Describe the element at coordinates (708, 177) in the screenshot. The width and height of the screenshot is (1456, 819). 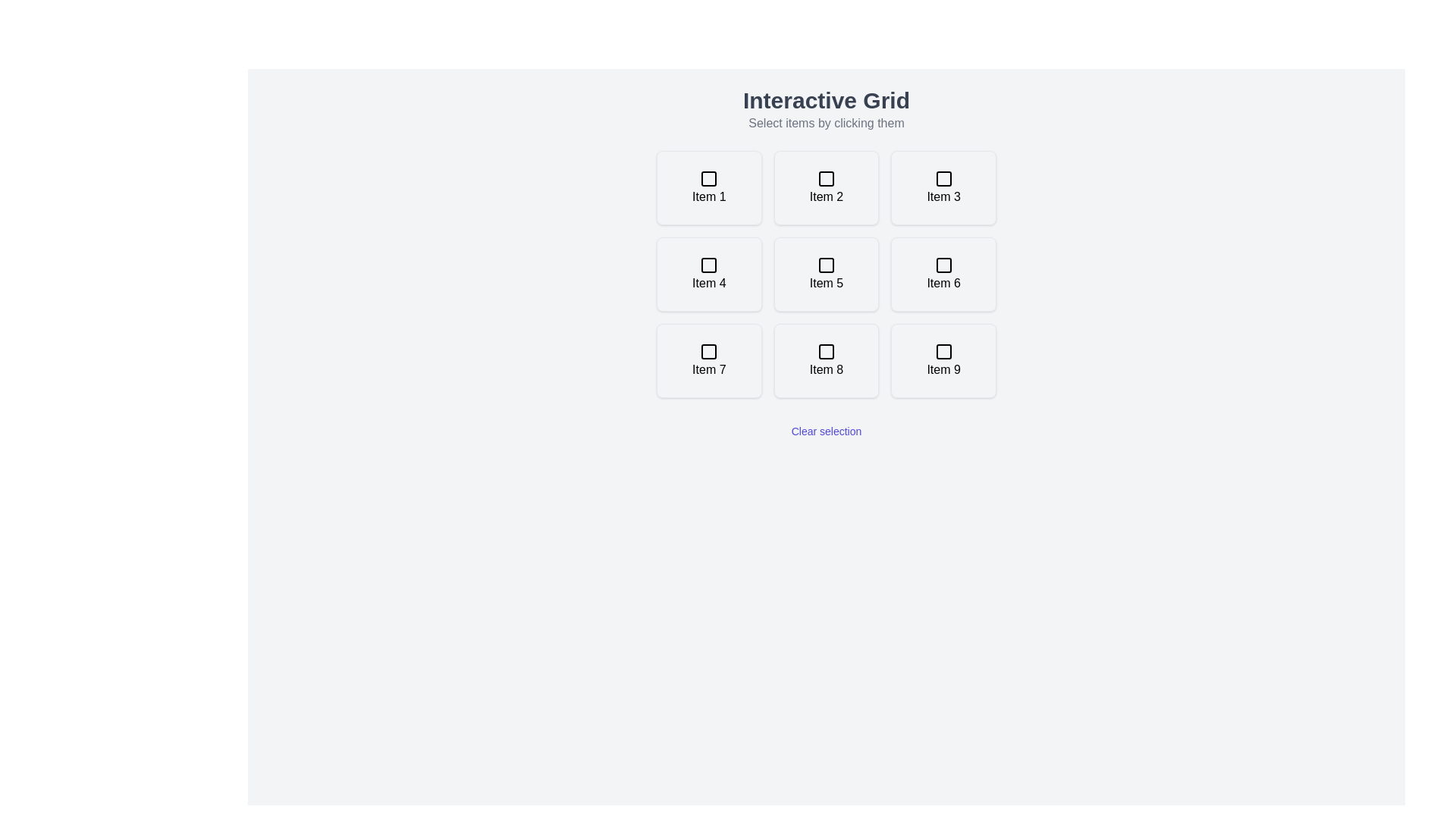
I see `the top-left icon in the 3x3 grid to interact with Item 1` at that location.